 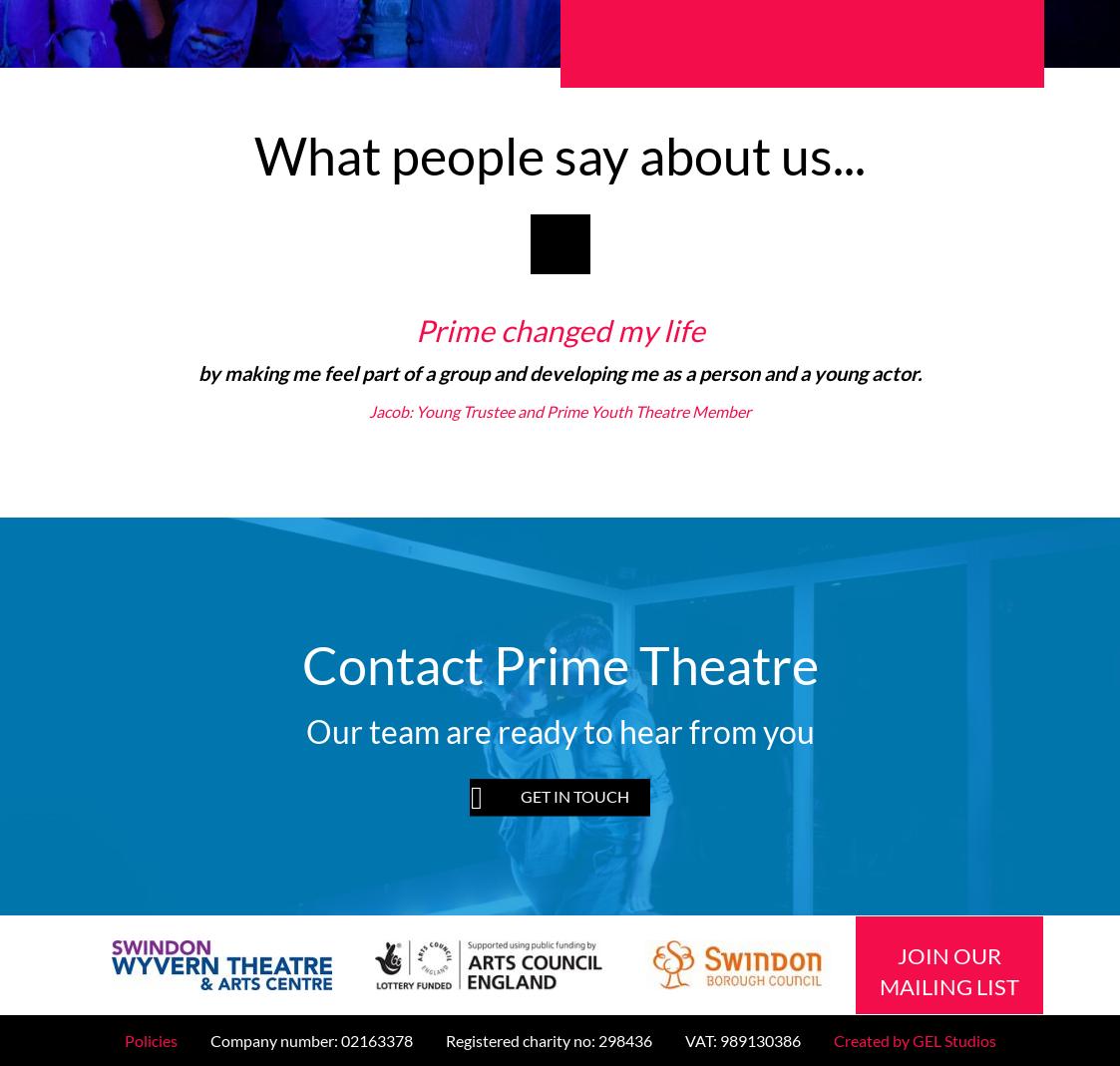 I want to click on 'Our team are ready to hear from you', so click(x=559, y=730).